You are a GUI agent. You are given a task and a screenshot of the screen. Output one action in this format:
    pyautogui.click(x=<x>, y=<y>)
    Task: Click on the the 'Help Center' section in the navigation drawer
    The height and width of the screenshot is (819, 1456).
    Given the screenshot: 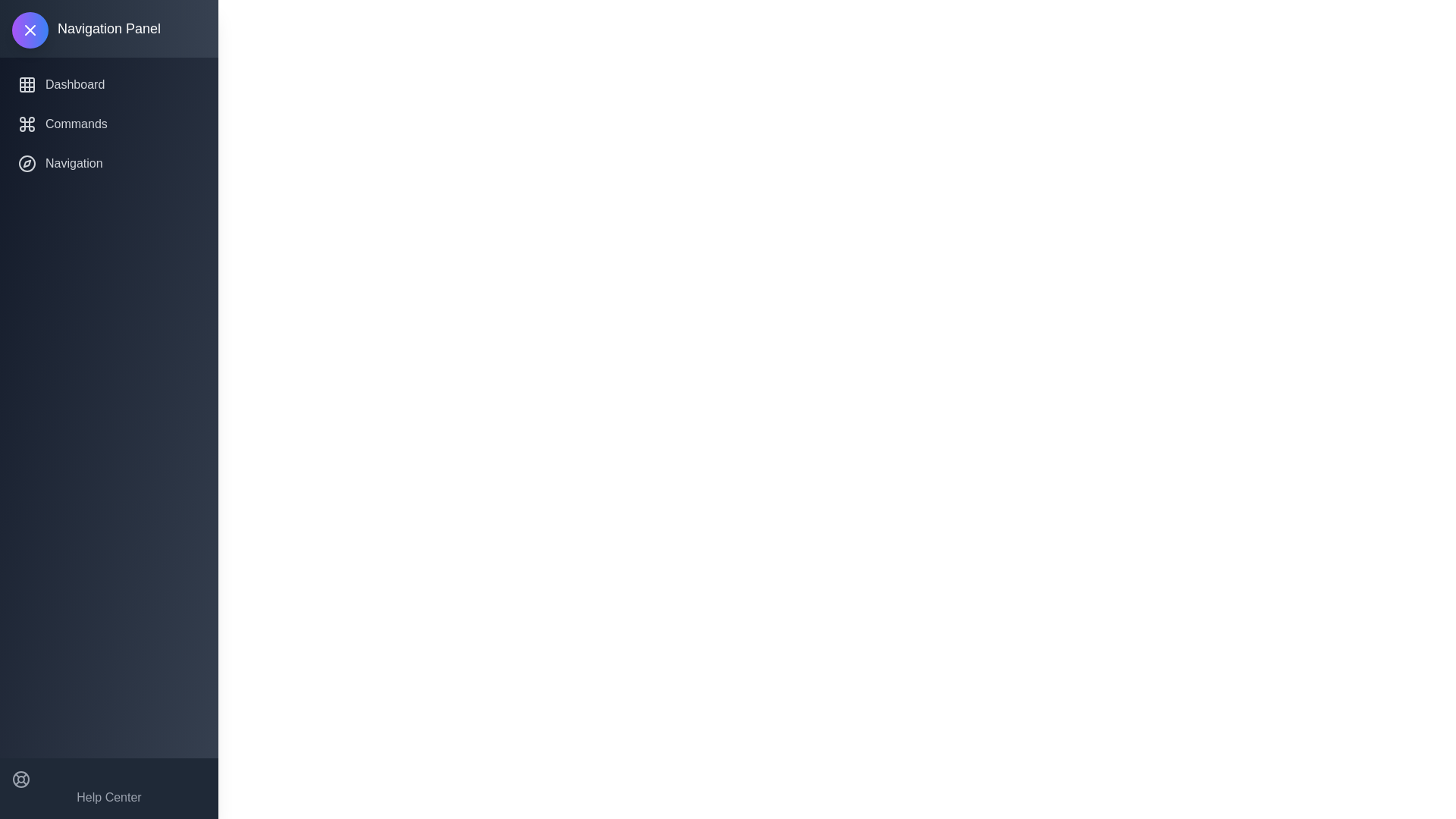 What is the action you would take?
    pyautogui.click(x=108, y=788)
    